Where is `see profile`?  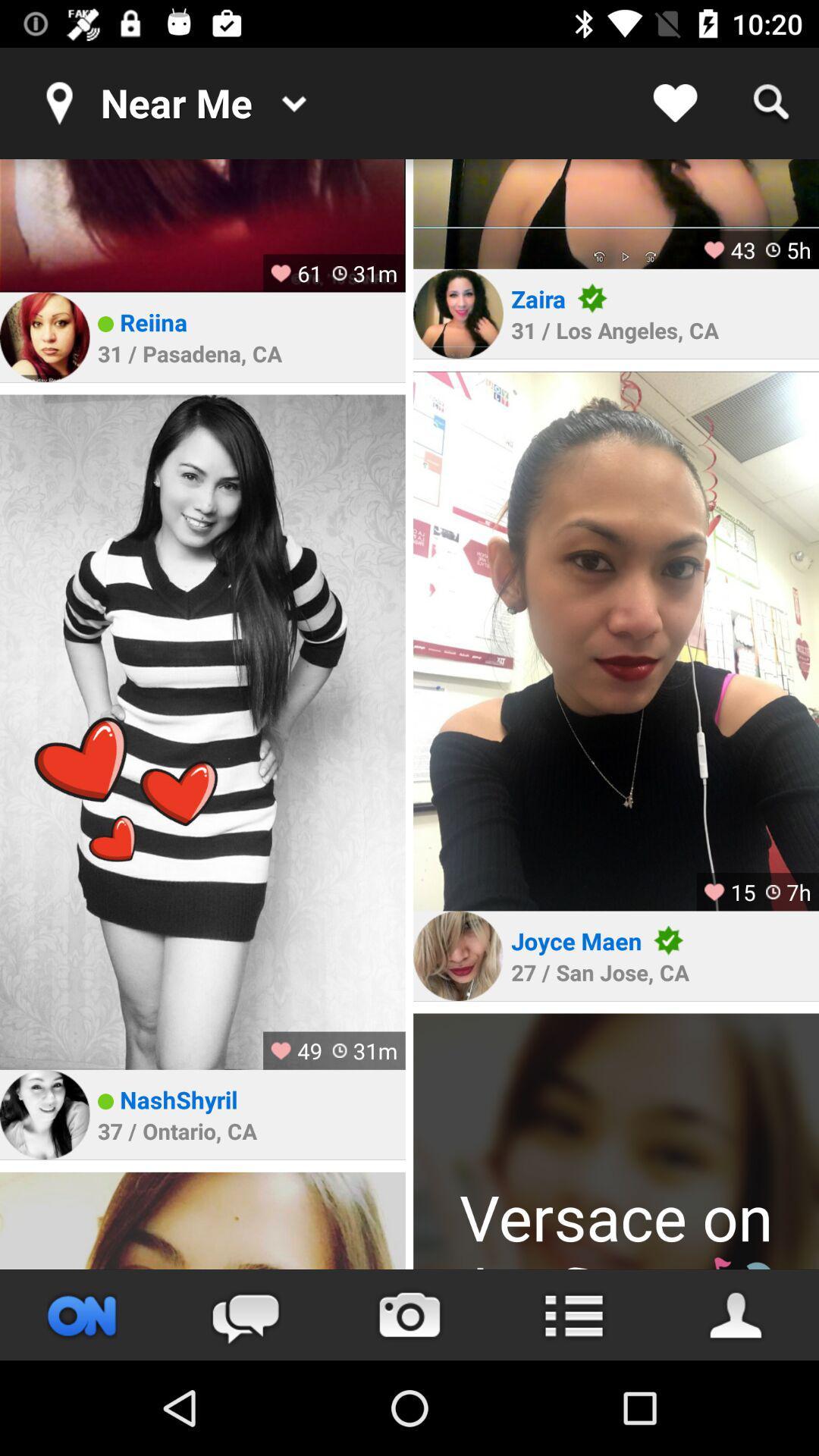
see profile is located at coordinates (44, 336).